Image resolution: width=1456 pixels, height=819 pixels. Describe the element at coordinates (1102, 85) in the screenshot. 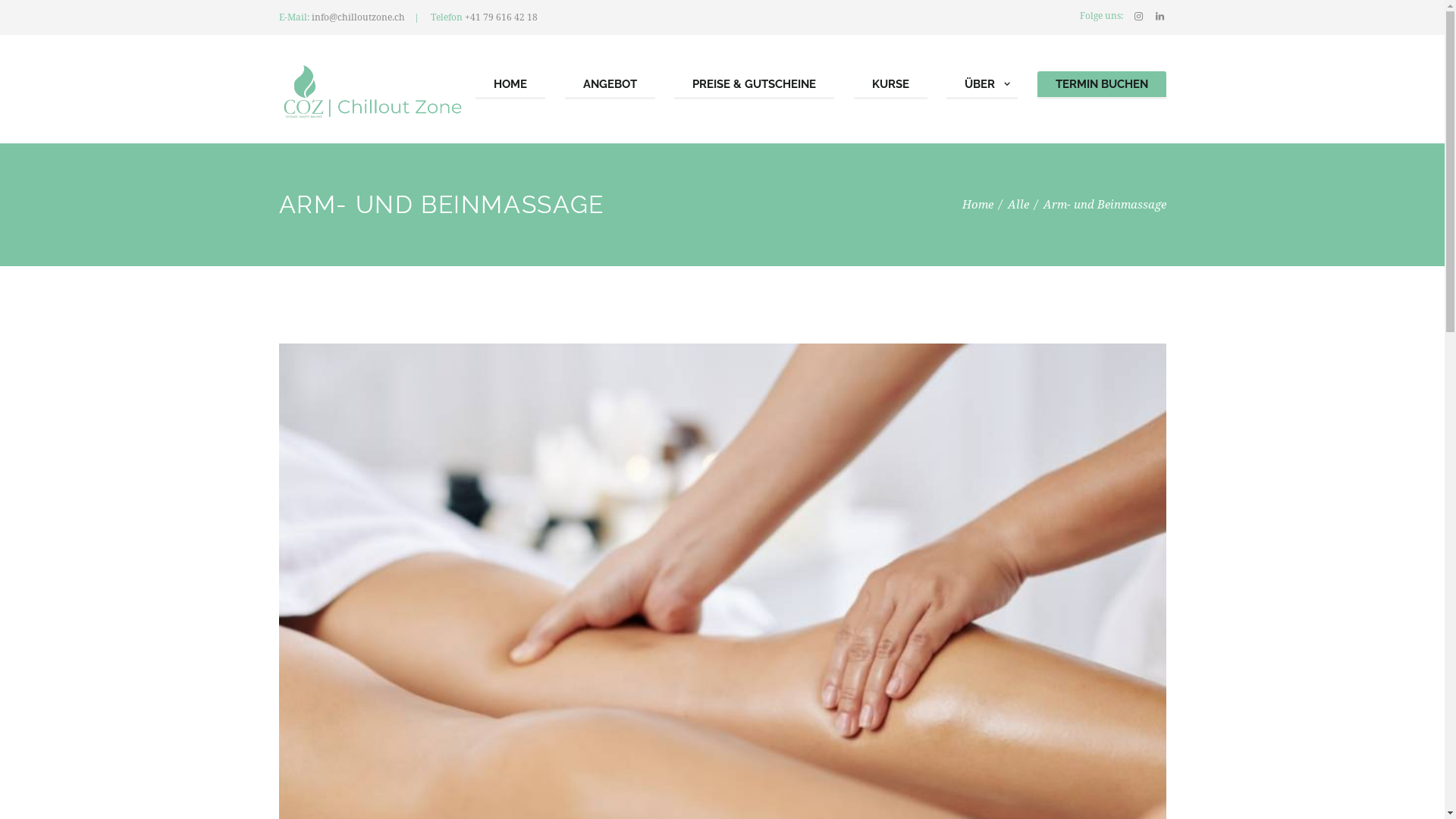

I see `'TERMIN BUCHEN'` at that location.